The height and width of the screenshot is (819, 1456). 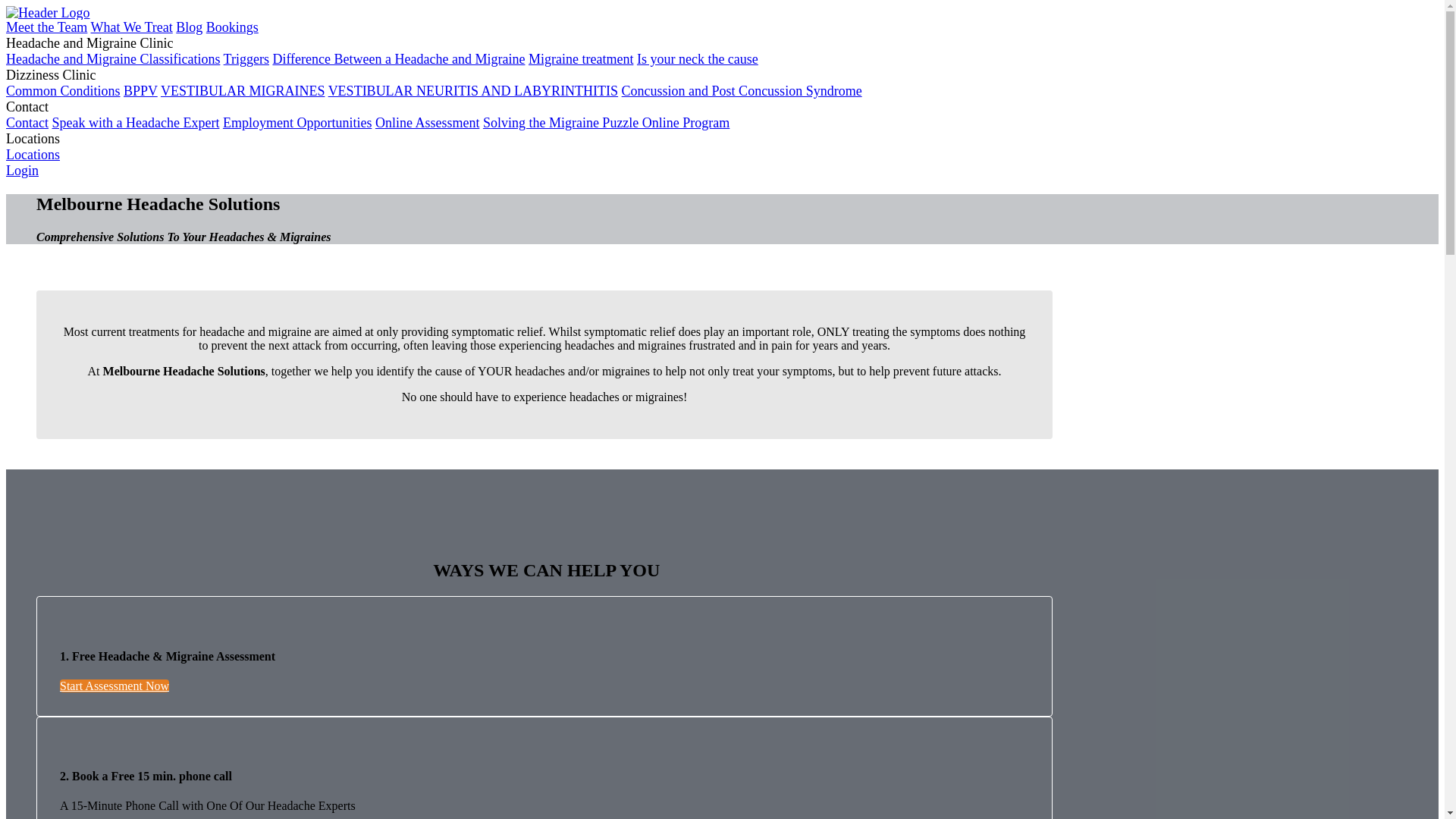 What do you see at coordinates (135, 122) in the screenshot?
I see `'Speak with a Headache Expert'` at bounding box center [135, 122].